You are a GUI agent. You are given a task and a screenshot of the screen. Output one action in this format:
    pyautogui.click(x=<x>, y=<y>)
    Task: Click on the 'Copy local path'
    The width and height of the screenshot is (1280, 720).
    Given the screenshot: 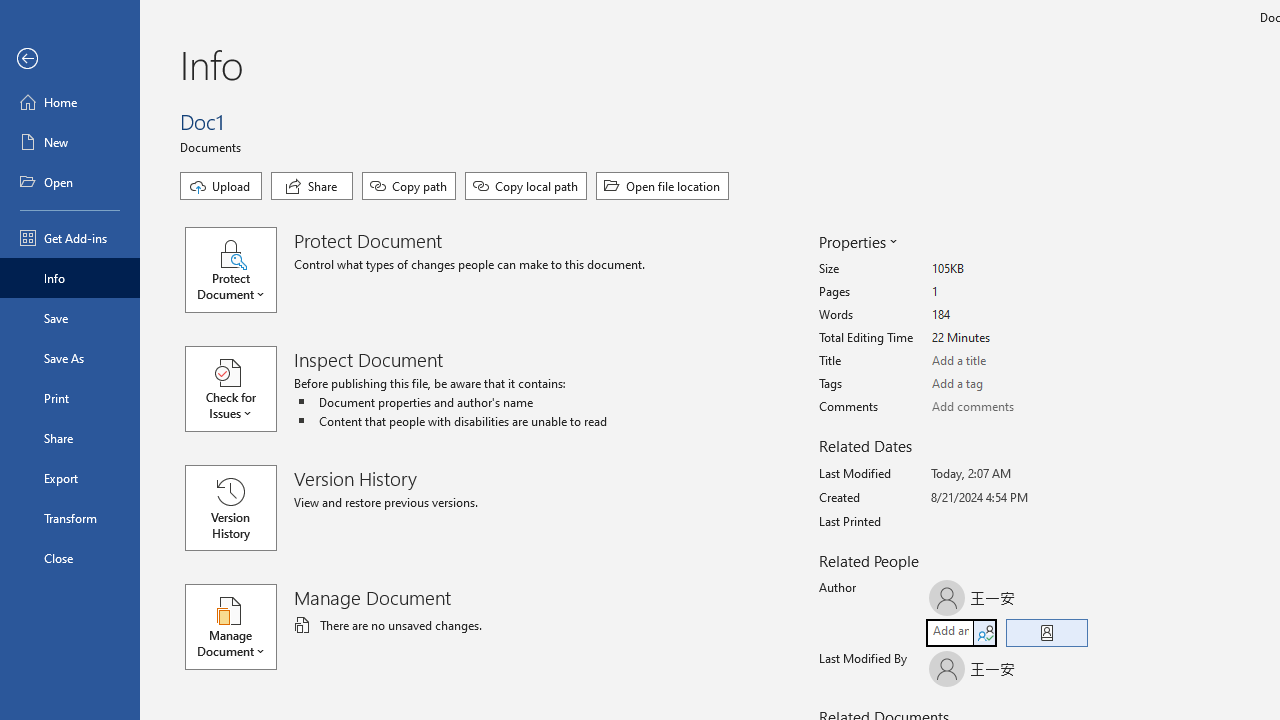 What is the action you would take?
    pyautogui.click(x=526, y=186)
    